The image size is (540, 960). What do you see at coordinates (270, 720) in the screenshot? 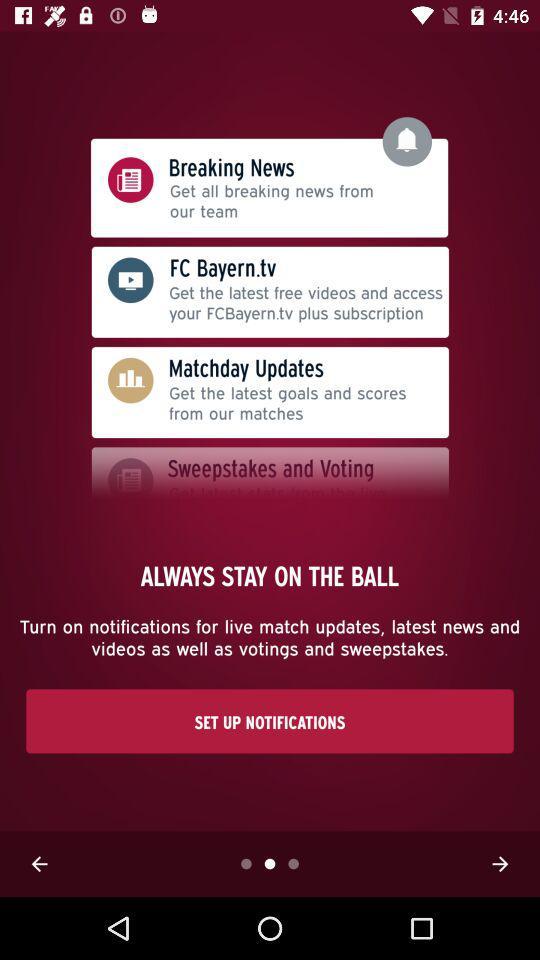
I see `set up notifications item` at bounding box center [270, 720].